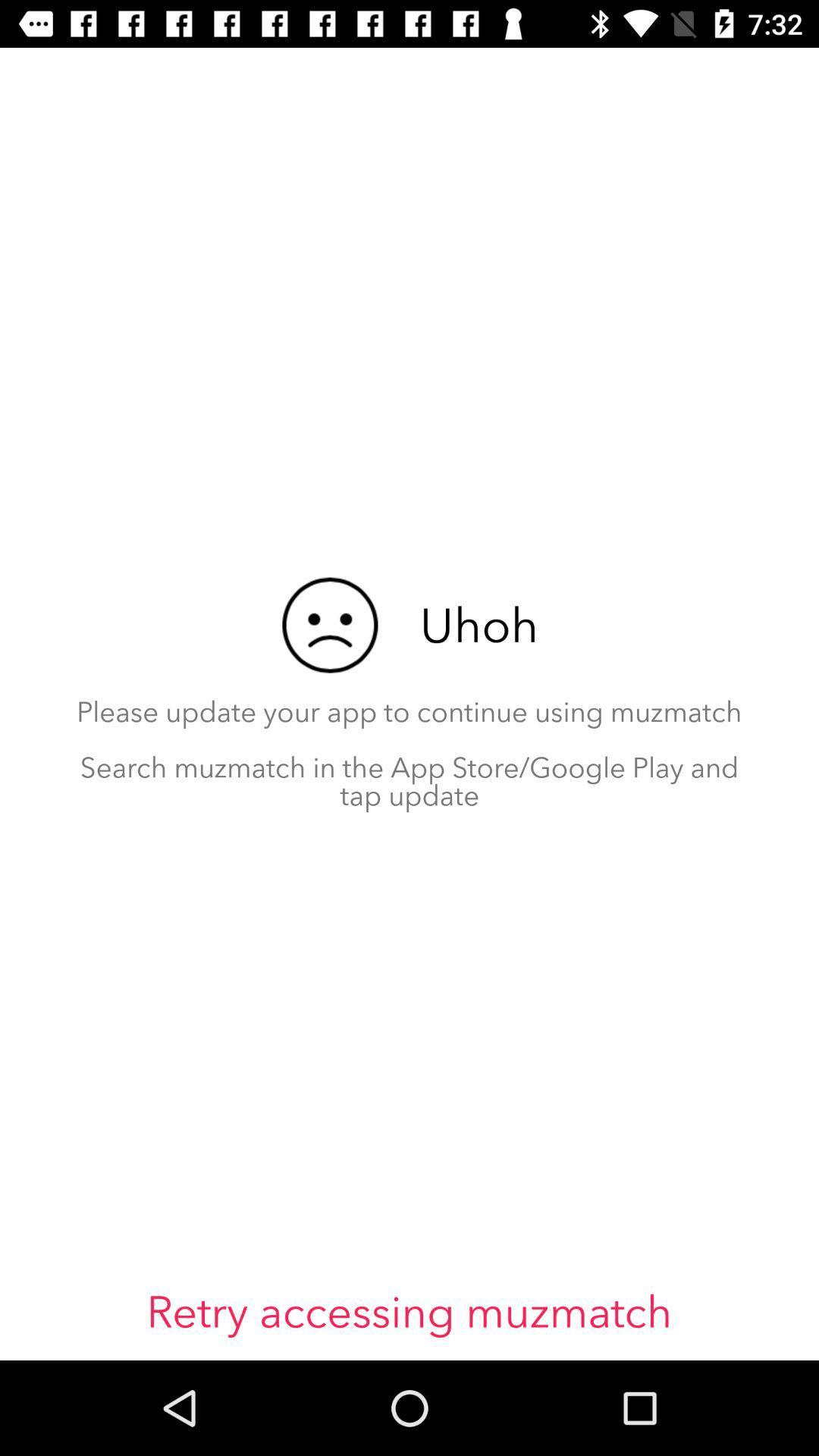 This screenshot has height=1456, width=819. I want to click on icon below please update your item, so click(409, 1312).